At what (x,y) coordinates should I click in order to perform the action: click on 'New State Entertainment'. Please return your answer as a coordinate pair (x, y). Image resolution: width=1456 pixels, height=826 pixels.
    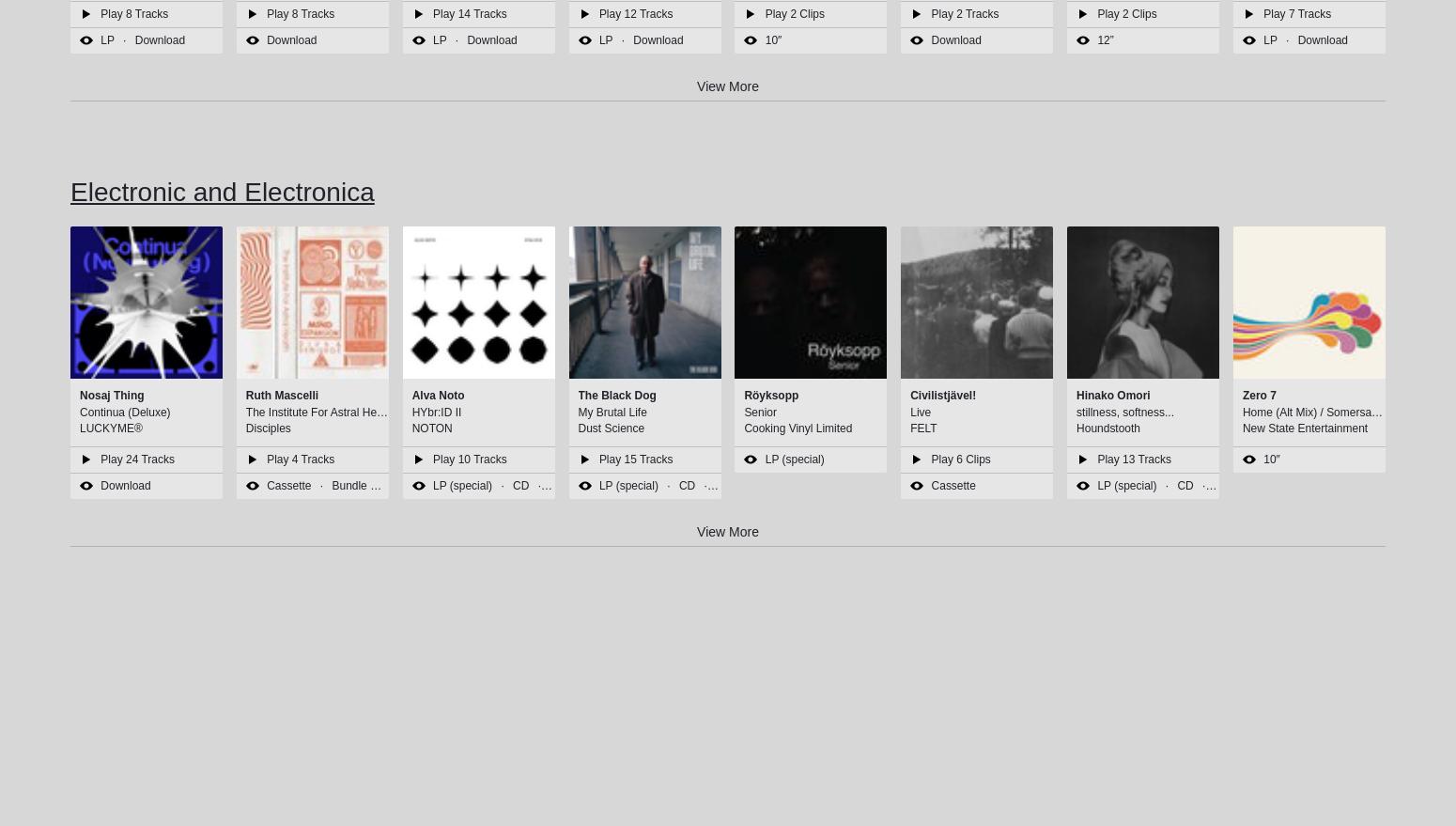
    Looking at the image, I should click on (1304, 427).